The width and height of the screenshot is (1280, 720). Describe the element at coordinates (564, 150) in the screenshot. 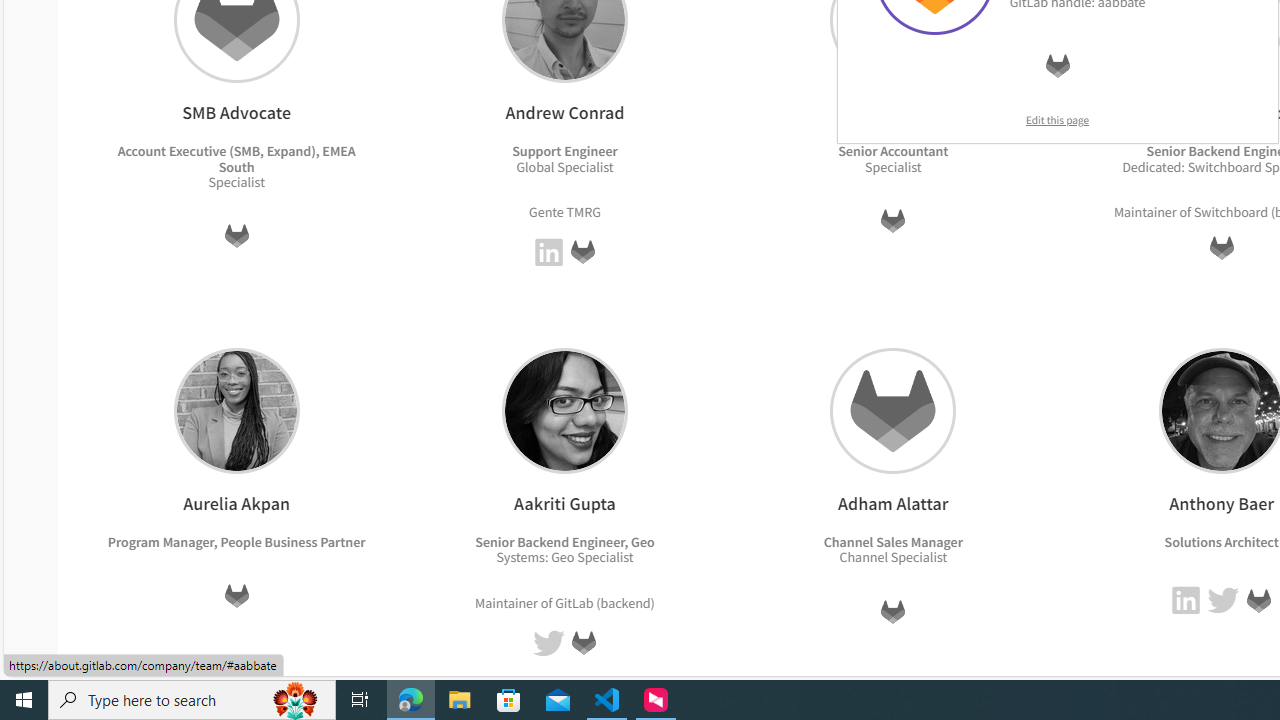

I see `'Support Engineer'` at that location.